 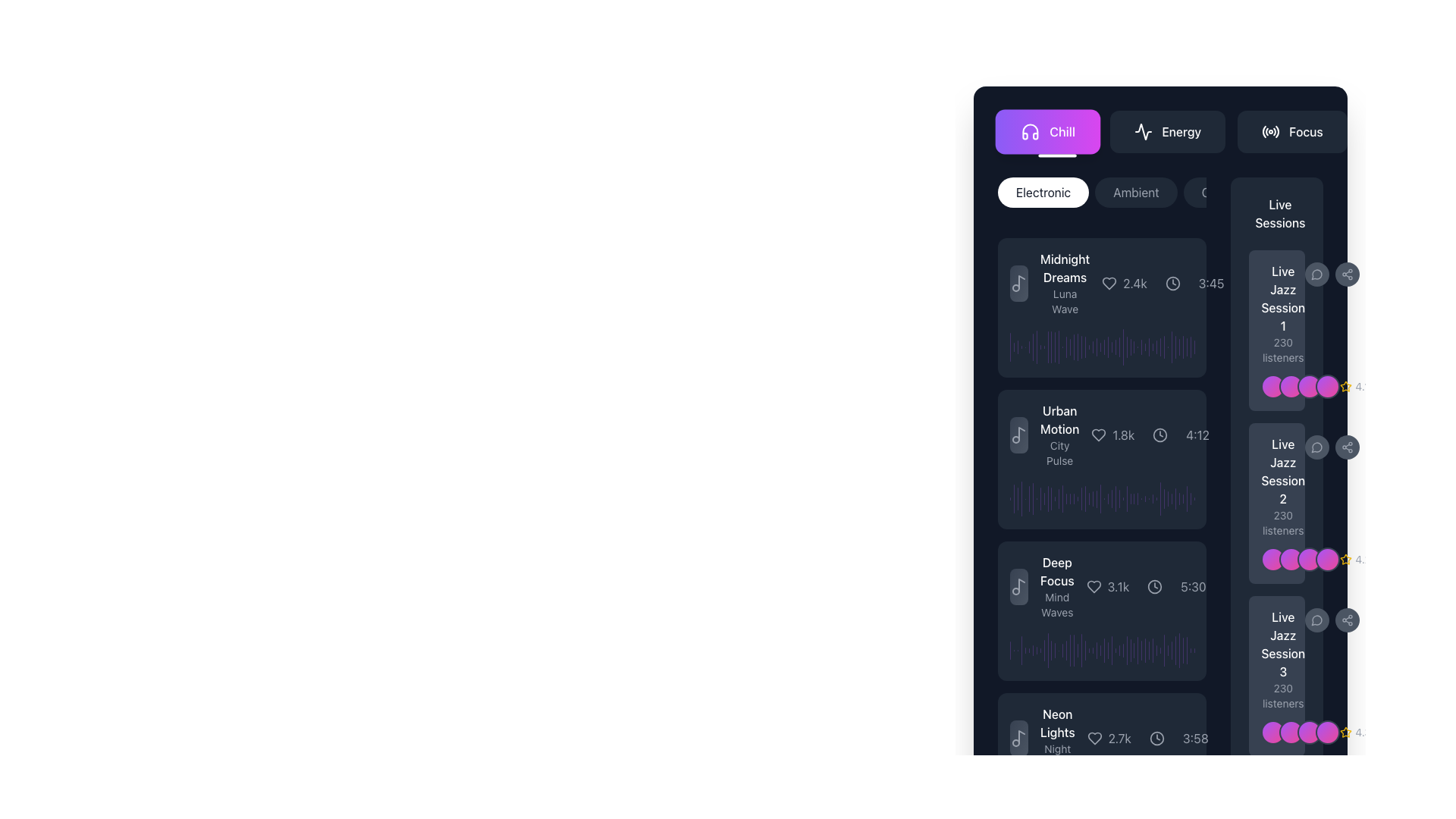 What do you see at coordinates (1178, 801) in the screenshot?
I see `the 49th vertical purple bar with rounded ends in the bar chart component located on the right side of the interface` at bounding box center [1178, 801].